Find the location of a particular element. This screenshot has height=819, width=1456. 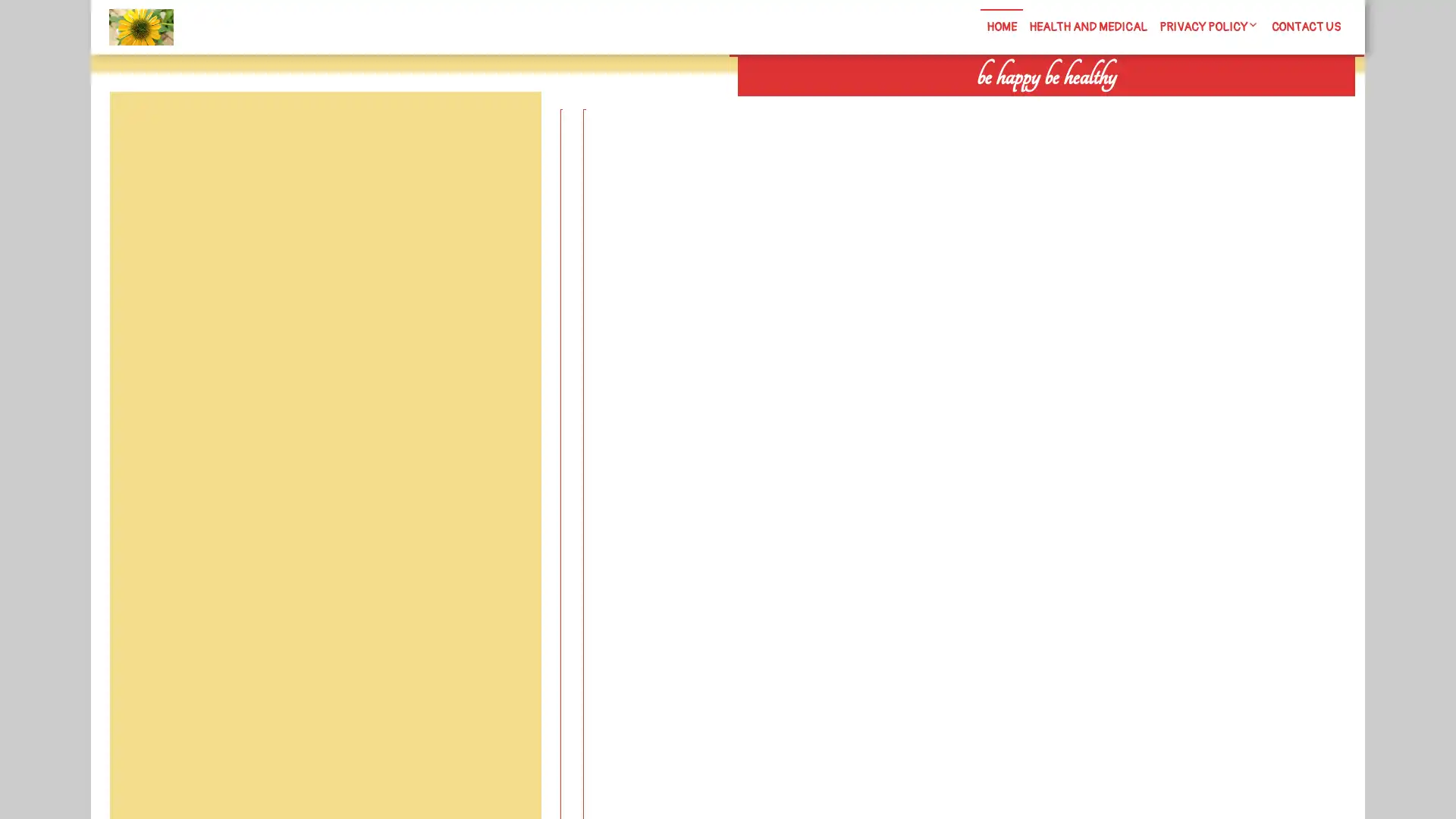

Search is located at coordinates (506, 127).